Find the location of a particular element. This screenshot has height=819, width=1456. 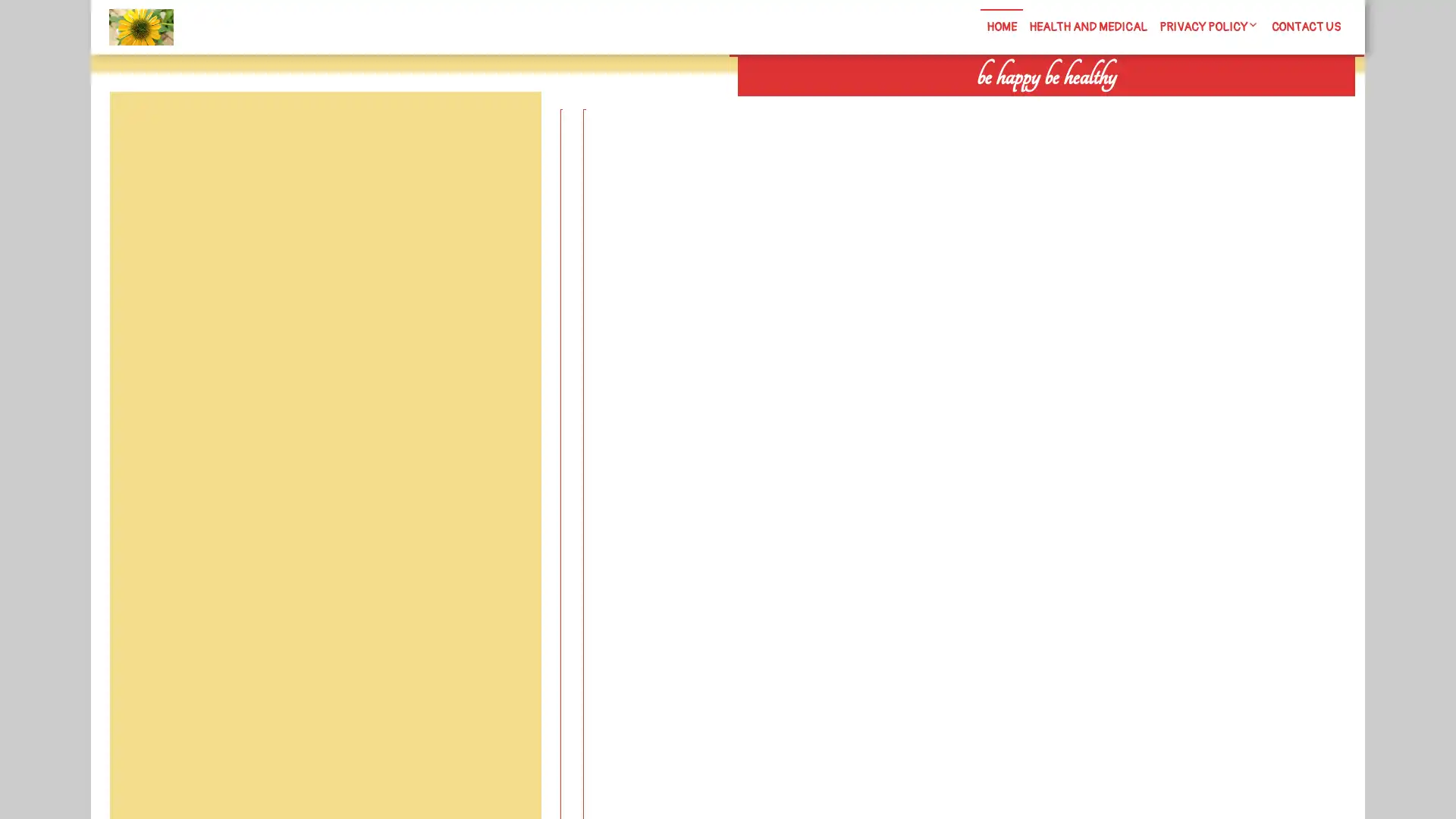

Search is located at coordinates (506, 127).